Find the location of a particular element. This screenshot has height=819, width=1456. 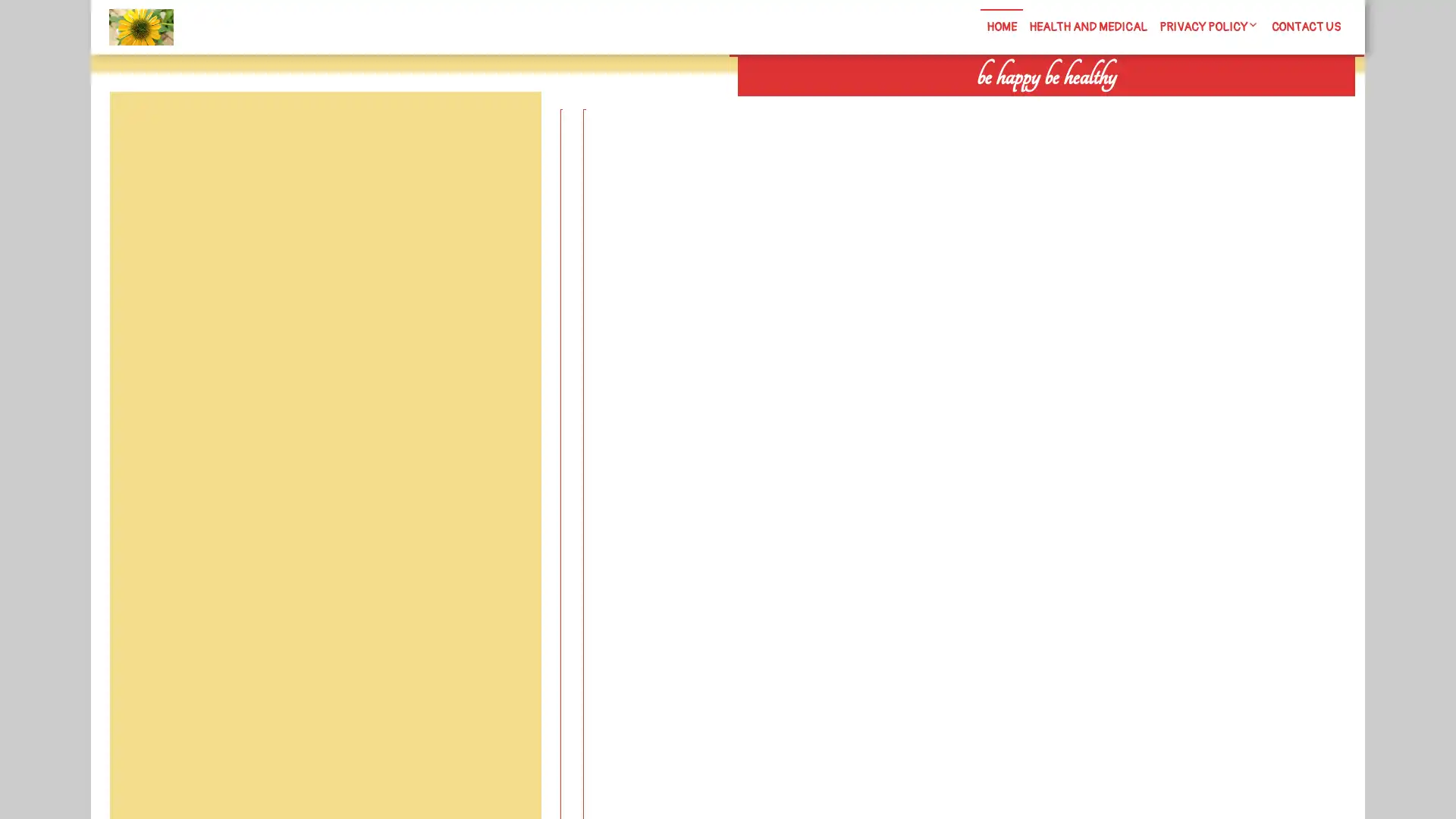

Search is located at coordinates (506, 127).